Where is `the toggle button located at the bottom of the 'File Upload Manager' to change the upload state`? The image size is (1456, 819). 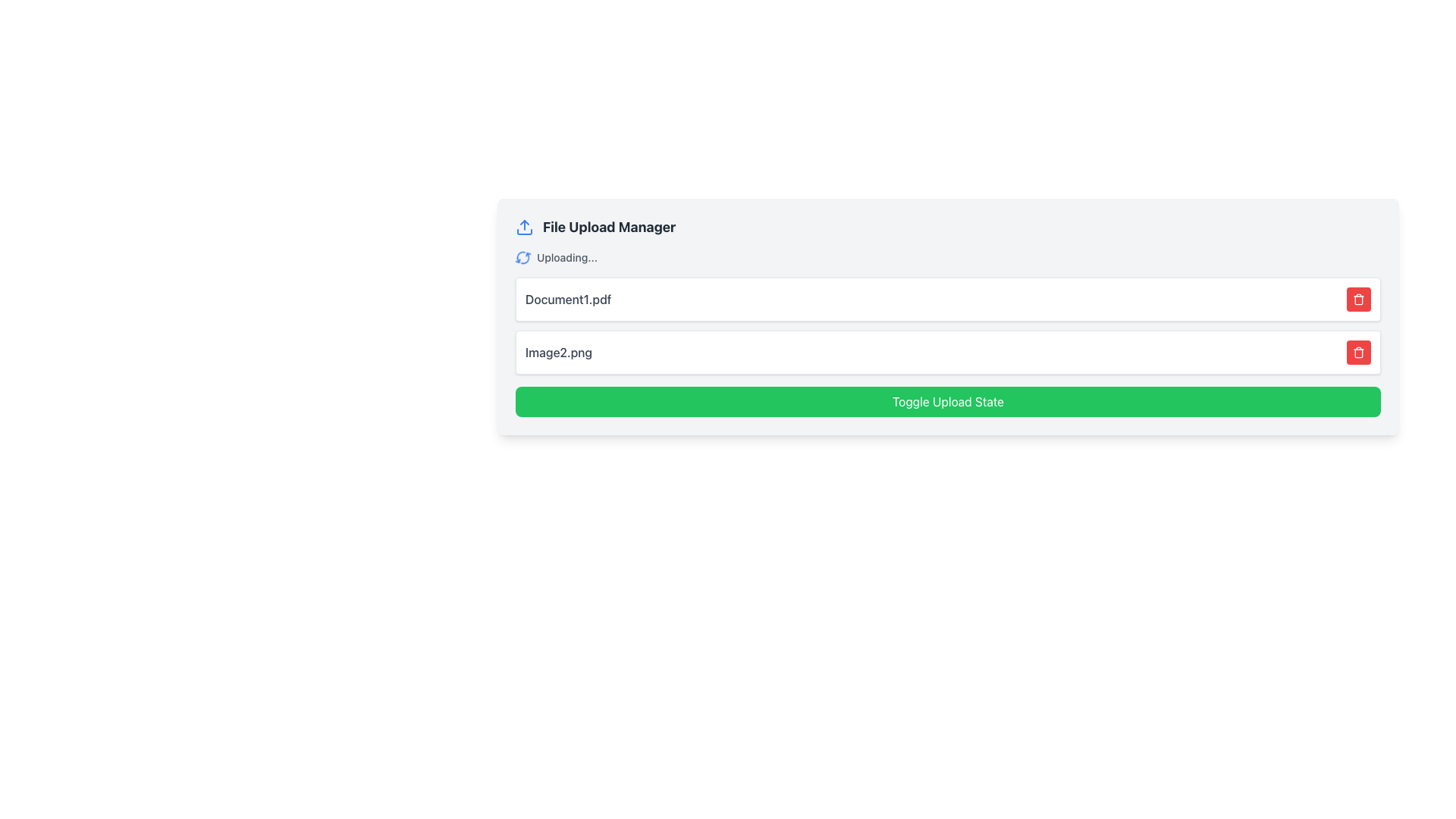
the toggle button located at the bottom of the 'File Upload Manager' to change the upload state is located at coordinates (947, 400).